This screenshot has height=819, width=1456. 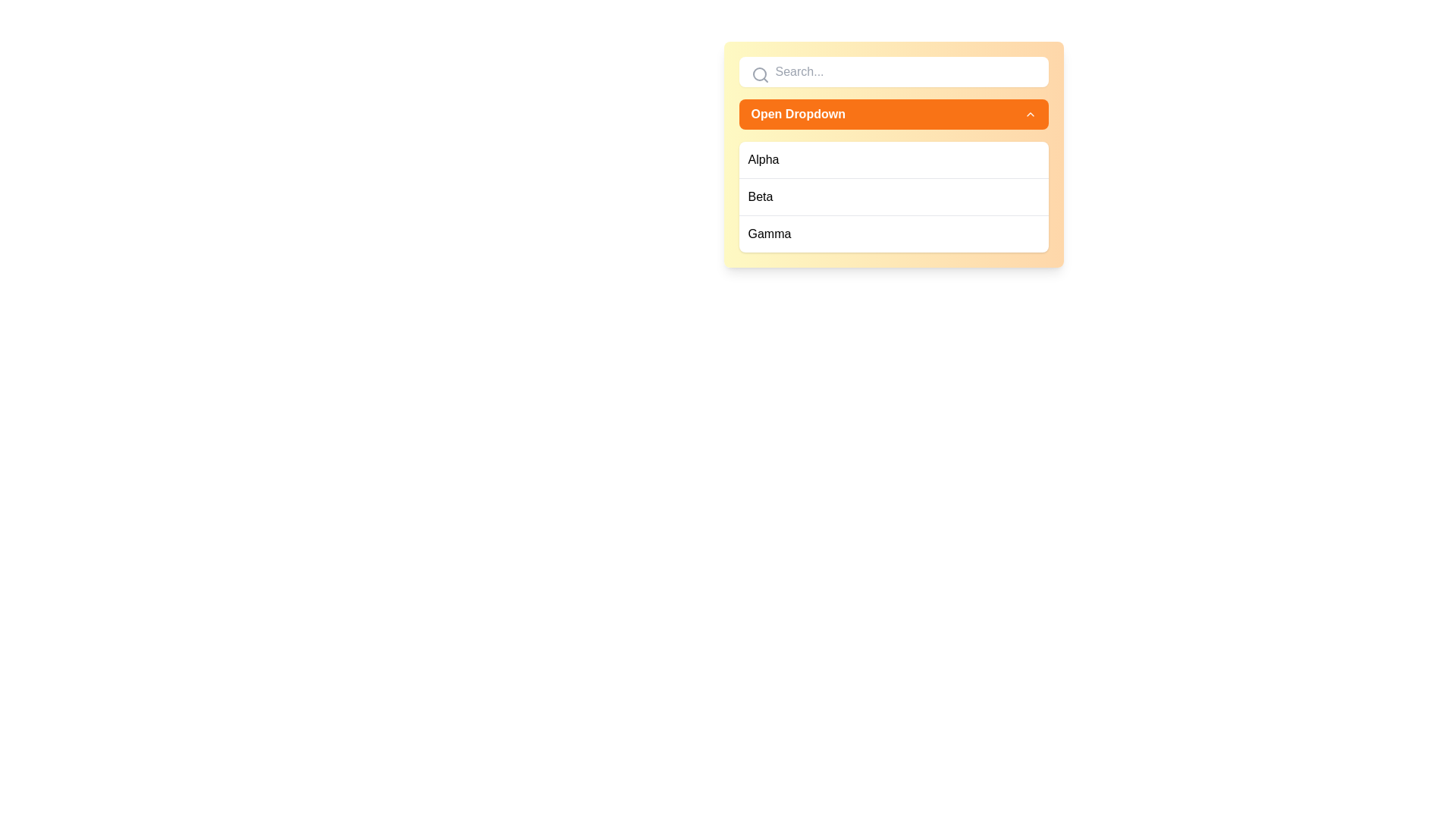 I want to click on the circular icon representing the lens of the magnifying glass, located at the top left corner of the search bar, so click(x=759, y=74).